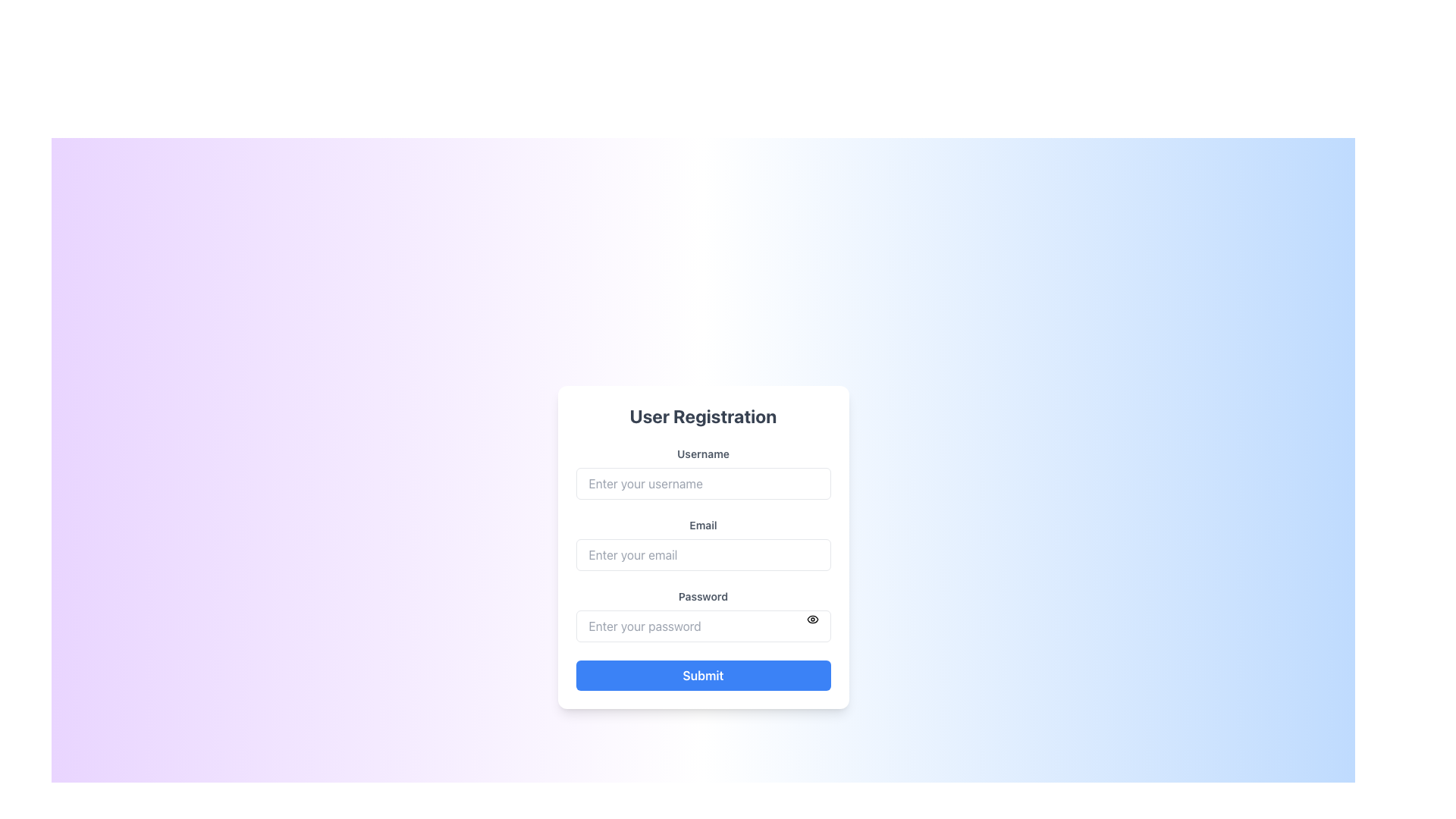 This screenshot has width=1456, height=819. Describe the element at coordinates (702, 595) in the screenshot. I see `text of the label that identifies the password input field in the user registration form, which is positioned directly above the password input field` at that location.